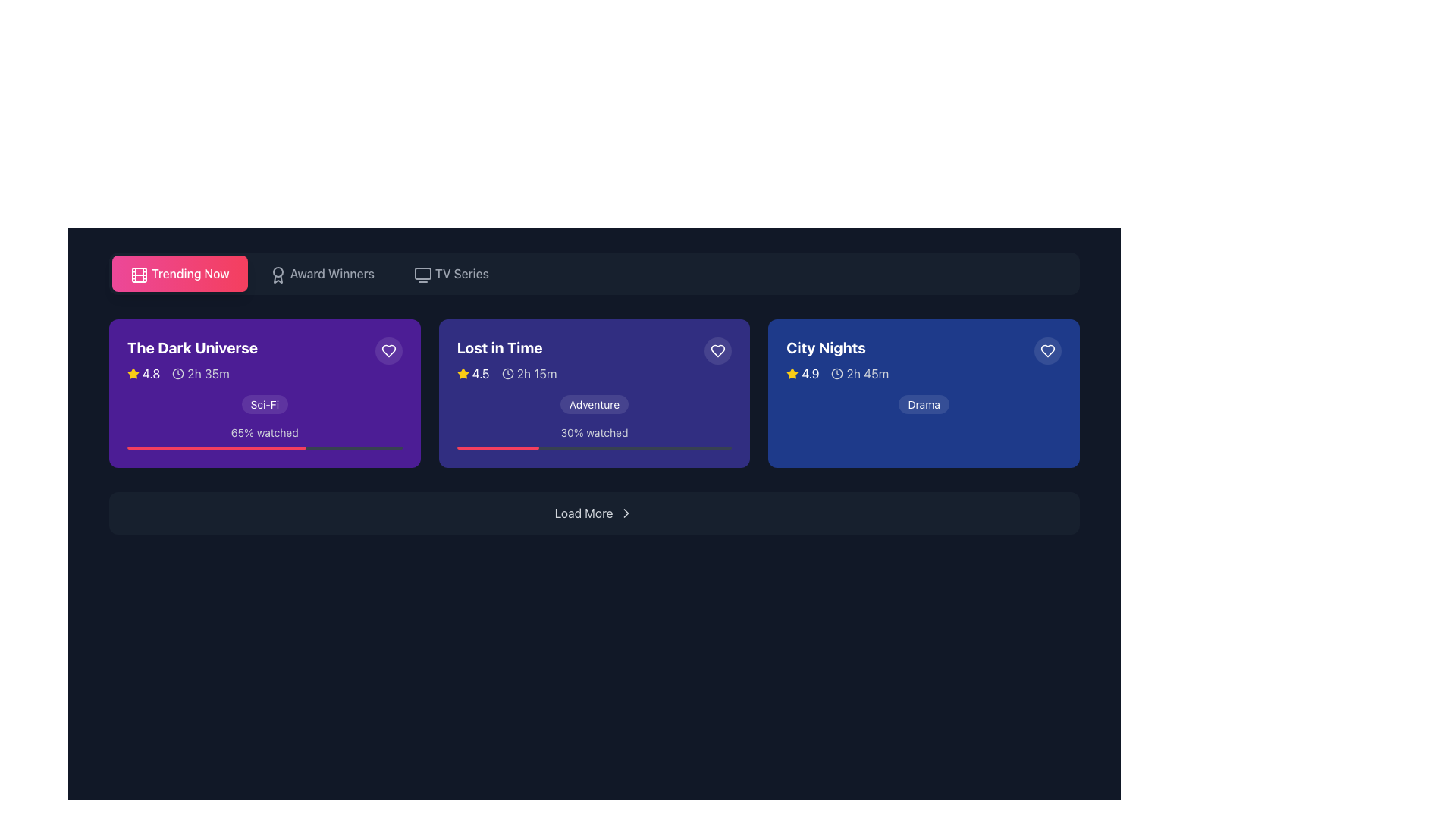  What do you see at coordinates (717, 350) in the screenshot?
I see `the heart icon within the circular button located in the top-right corner of the 'Lost in Time' movie card to mark the movie as favorite` at bounding box center [717, 350].